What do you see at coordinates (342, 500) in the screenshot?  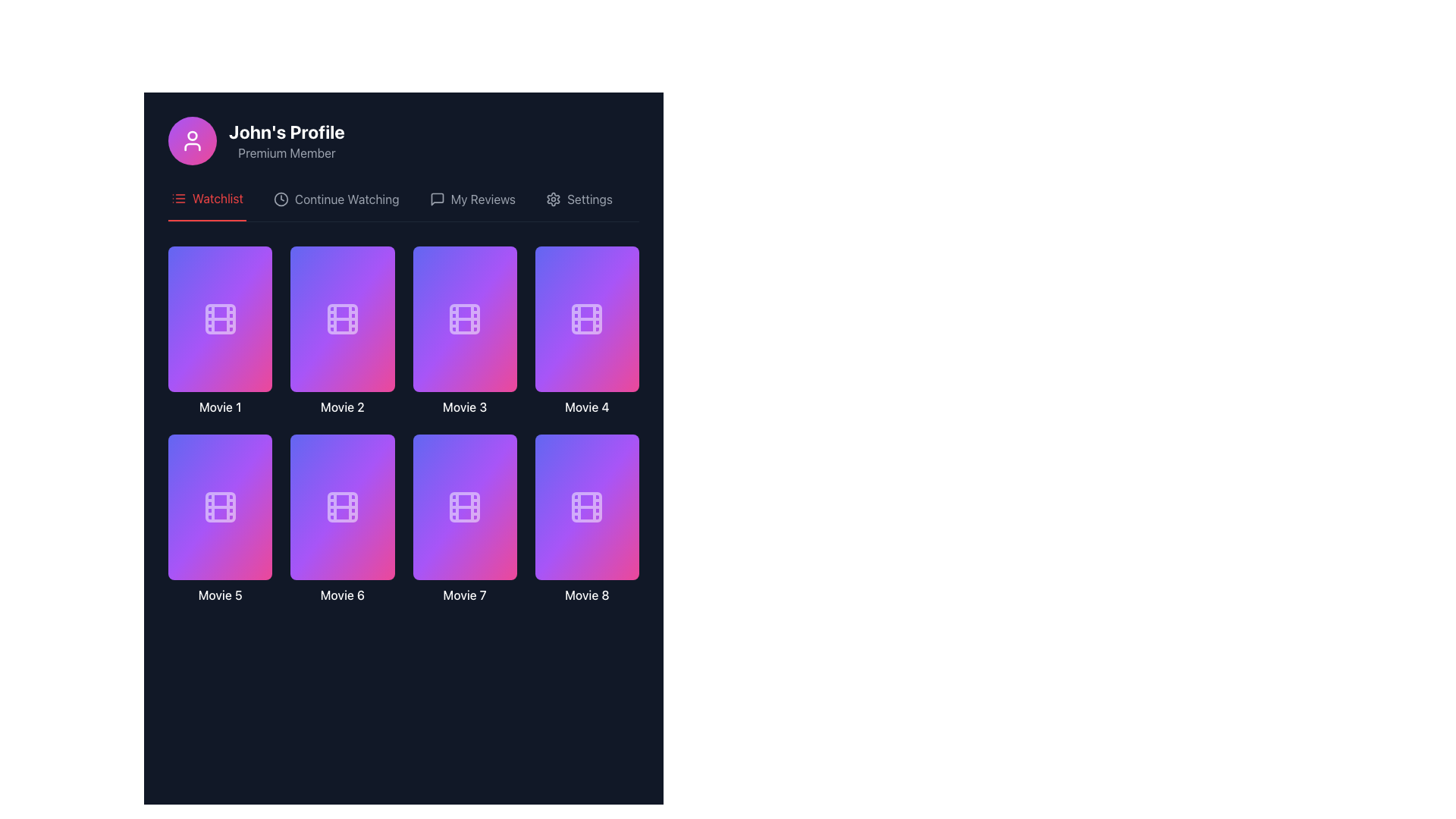 I see `the 'play' icon represented by a white triangle within the card labeled 'Movie 6'` at bounding box center [342, 500].